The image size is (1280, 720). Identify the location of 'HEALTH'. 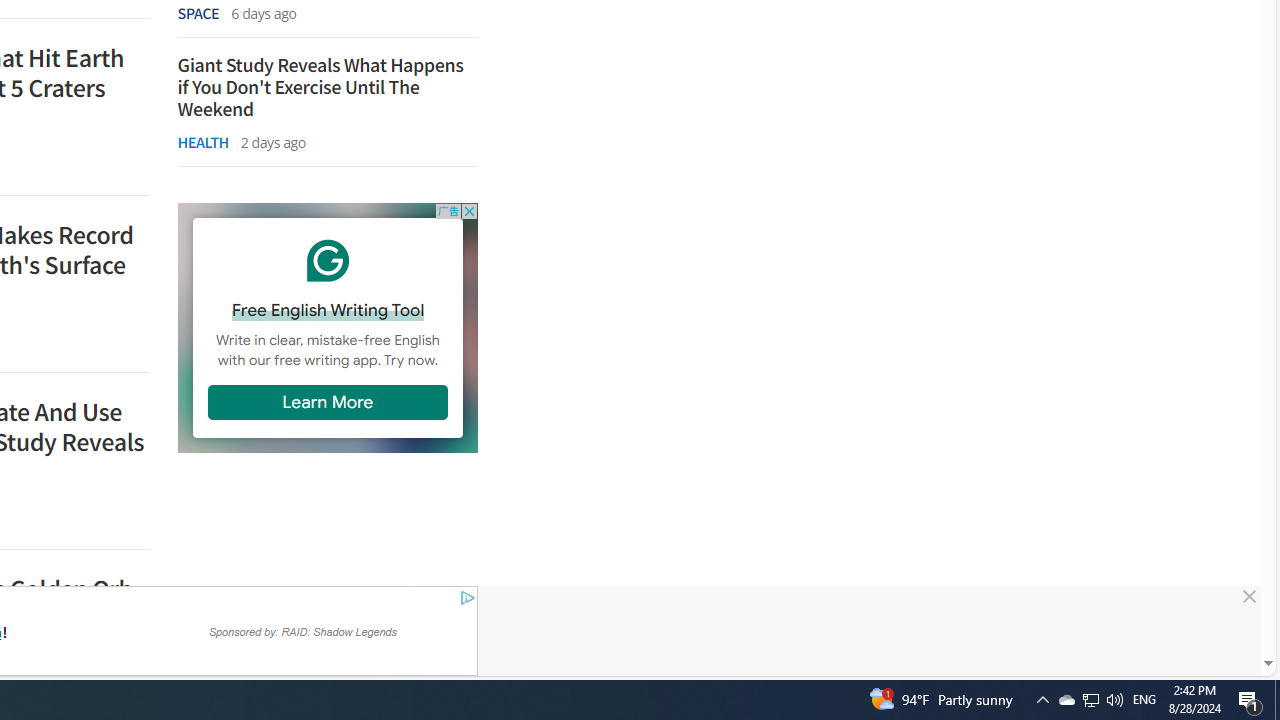
(202, 141).